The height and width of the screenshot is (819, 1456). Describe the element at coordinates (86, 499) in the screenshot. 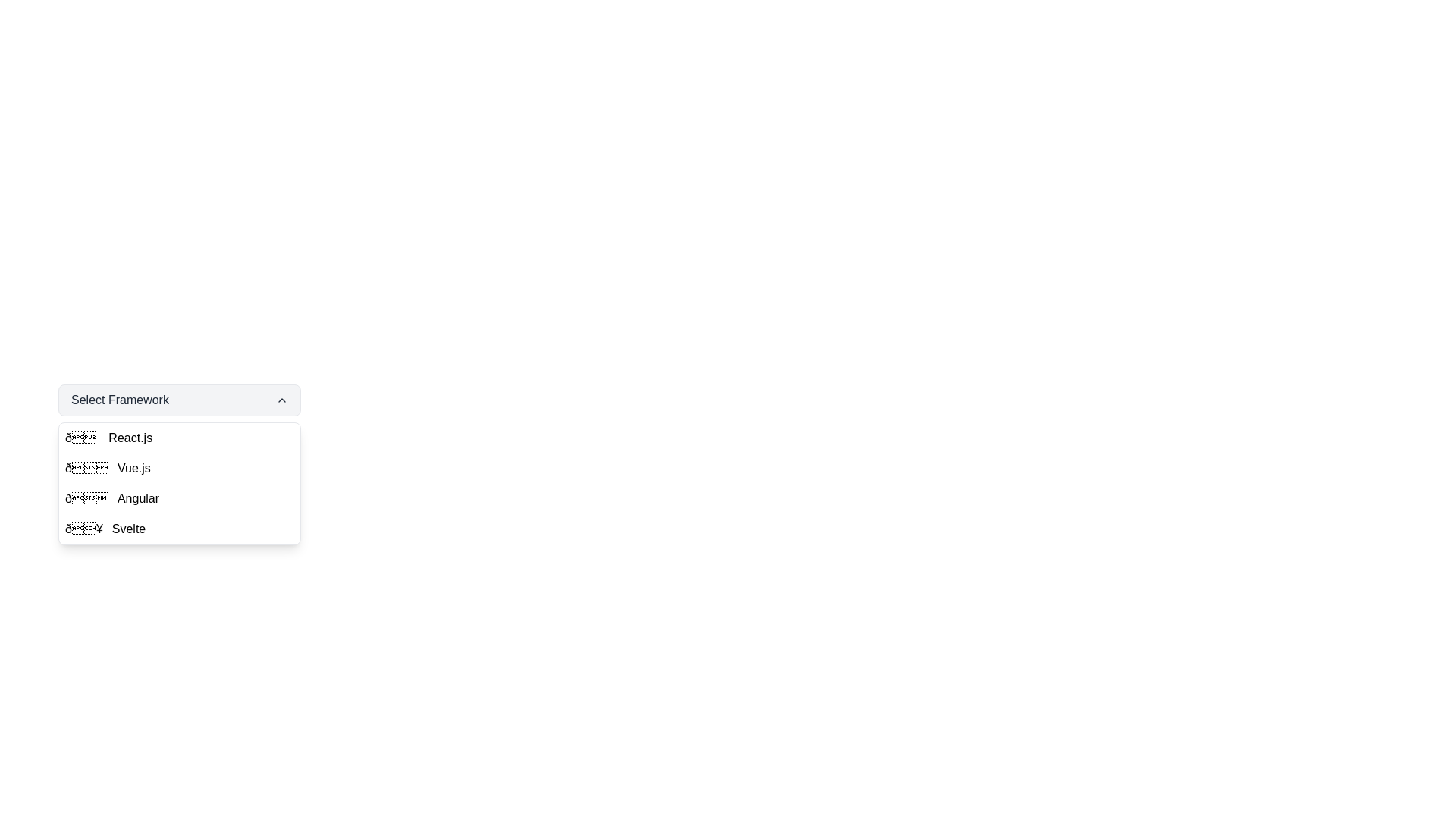

I see `the decorative icon located to the left of the 'Angular' menu item, which visually brands the option` at that location.